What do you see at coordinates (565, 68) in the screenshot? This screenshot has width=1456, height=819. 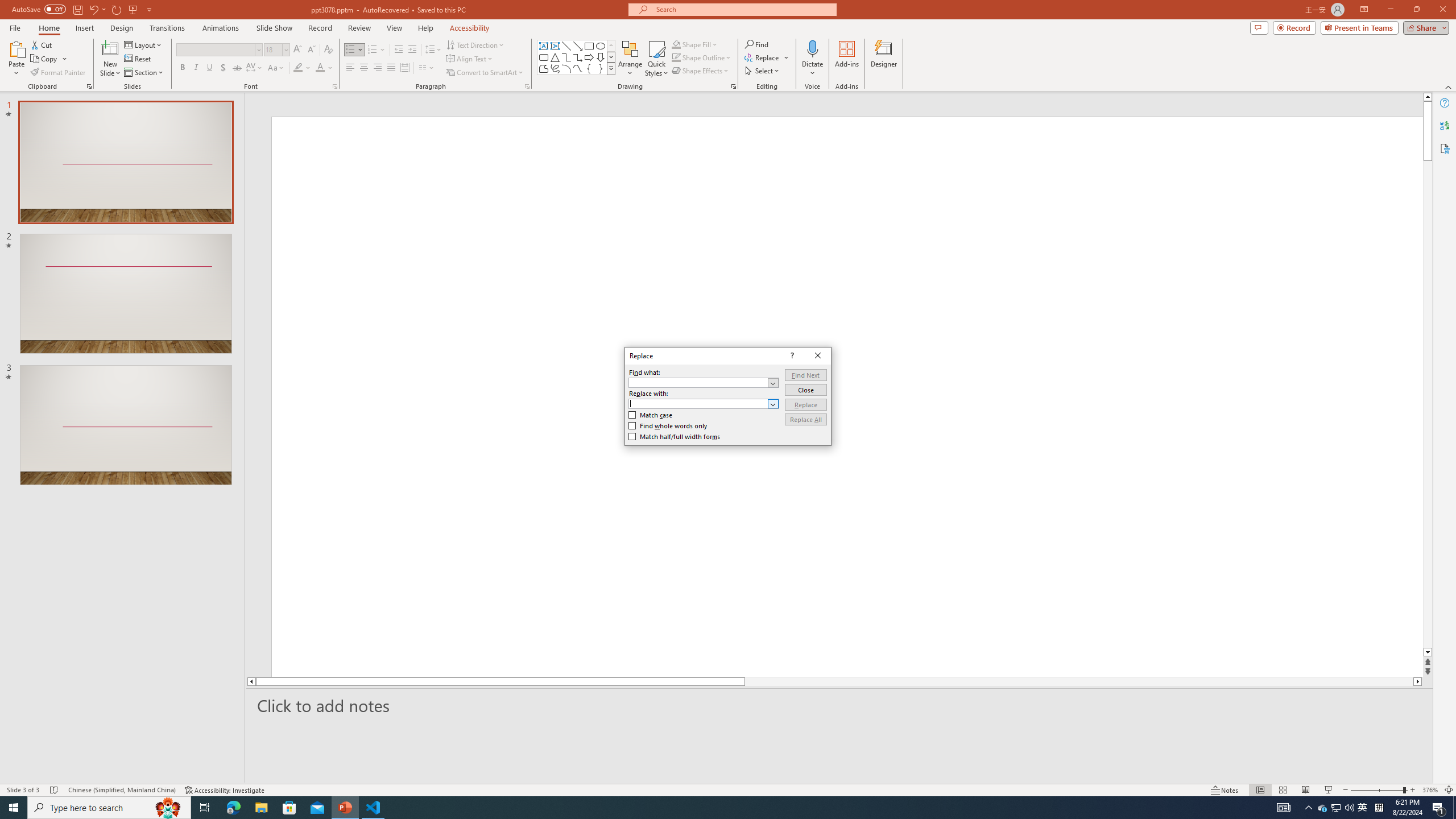 I see `'Arc'` at bounding box center [565, 68].